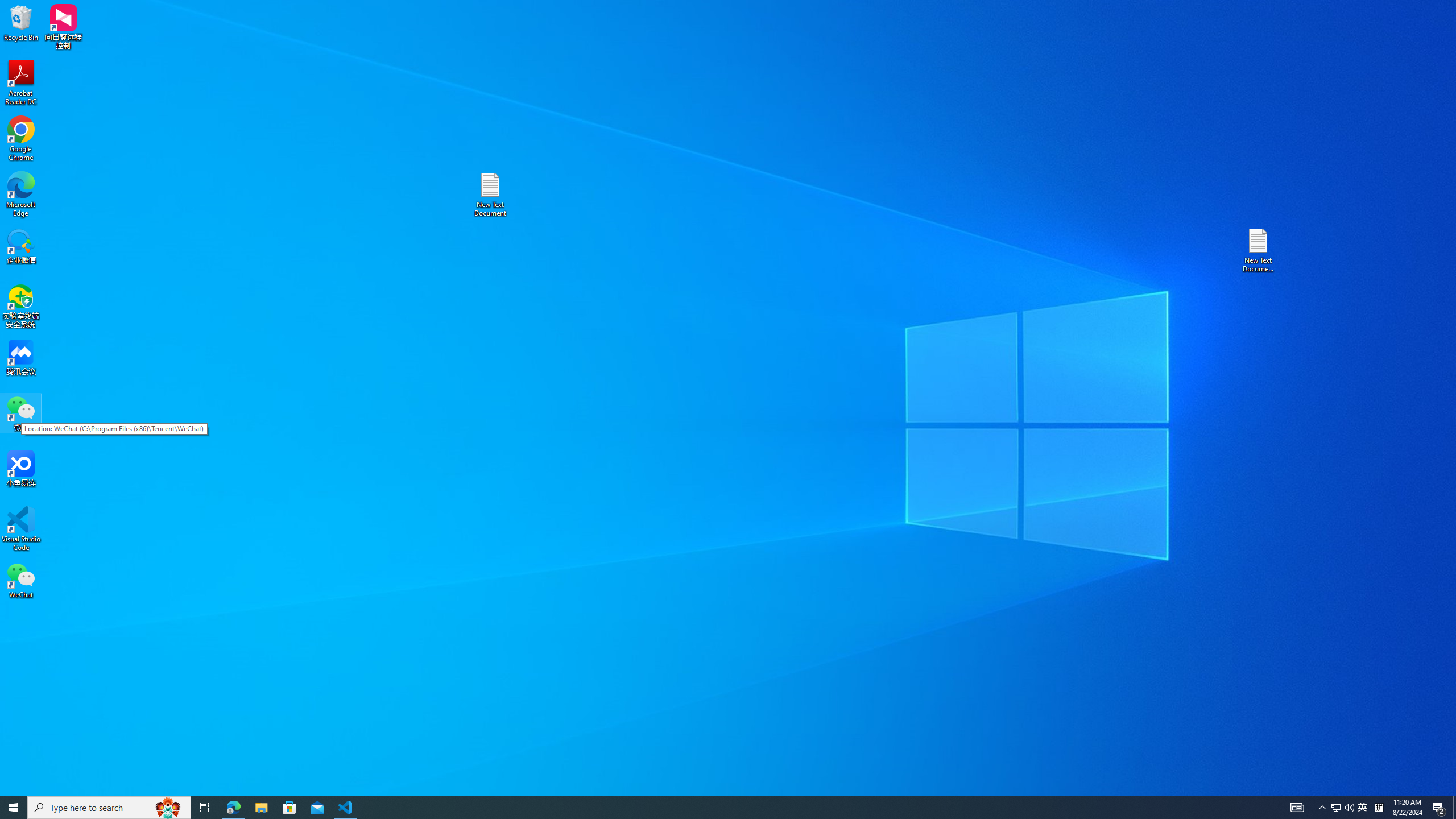 The image size is (1456, 819). I want to click on 'New Text Document (2)', so click(1259, 249).